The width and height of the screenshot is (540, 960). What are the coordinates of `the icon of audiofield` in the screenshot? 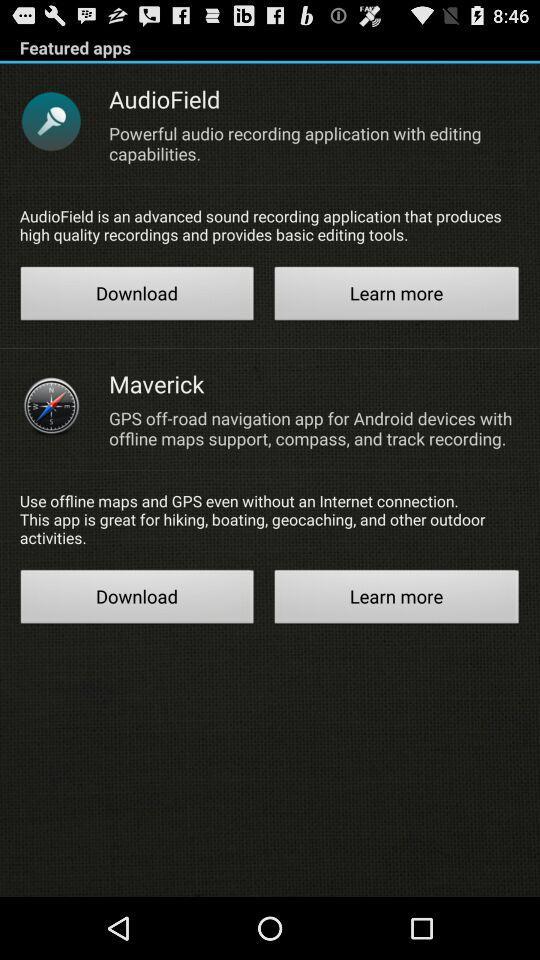 It's located at (51, 120).